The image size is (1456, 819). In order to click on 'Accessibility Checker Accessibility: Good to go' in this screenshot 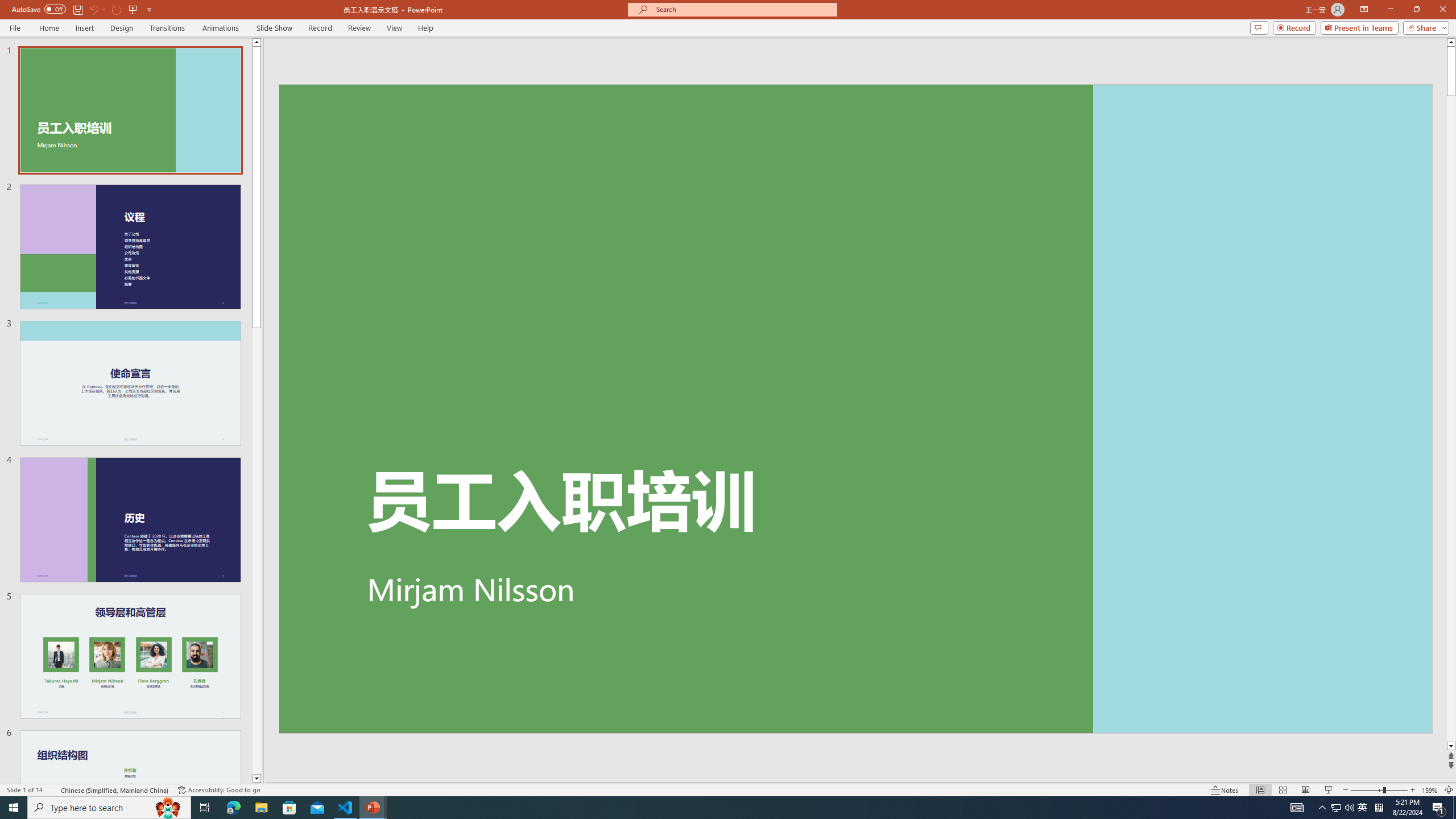, I will do `click(218, 790)`.